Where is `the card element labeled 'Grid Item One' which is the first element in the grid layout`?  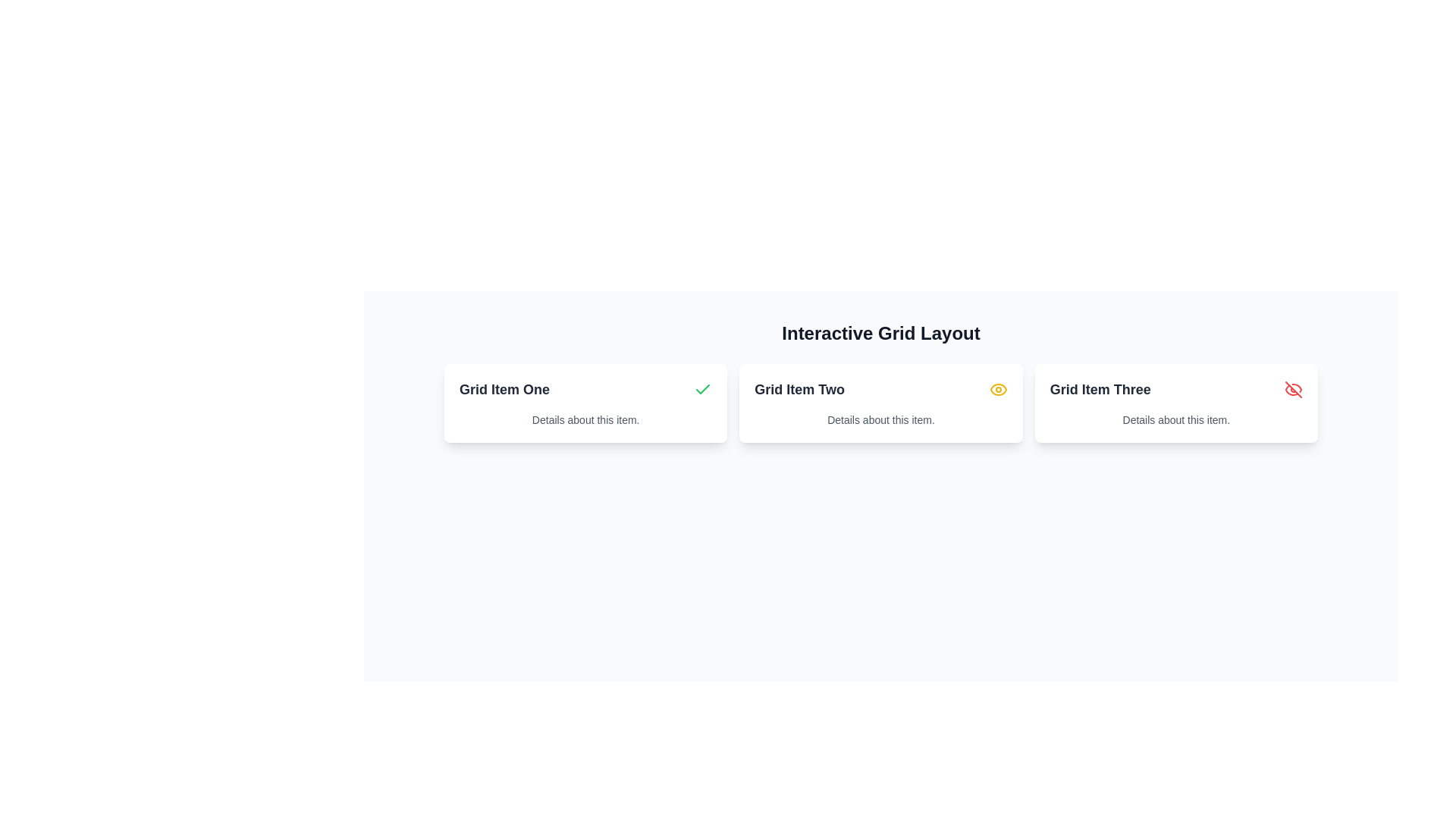 the card element labeled 'Grid Item One' which is the first element in the grid layout is located at coordinates (585, 403).